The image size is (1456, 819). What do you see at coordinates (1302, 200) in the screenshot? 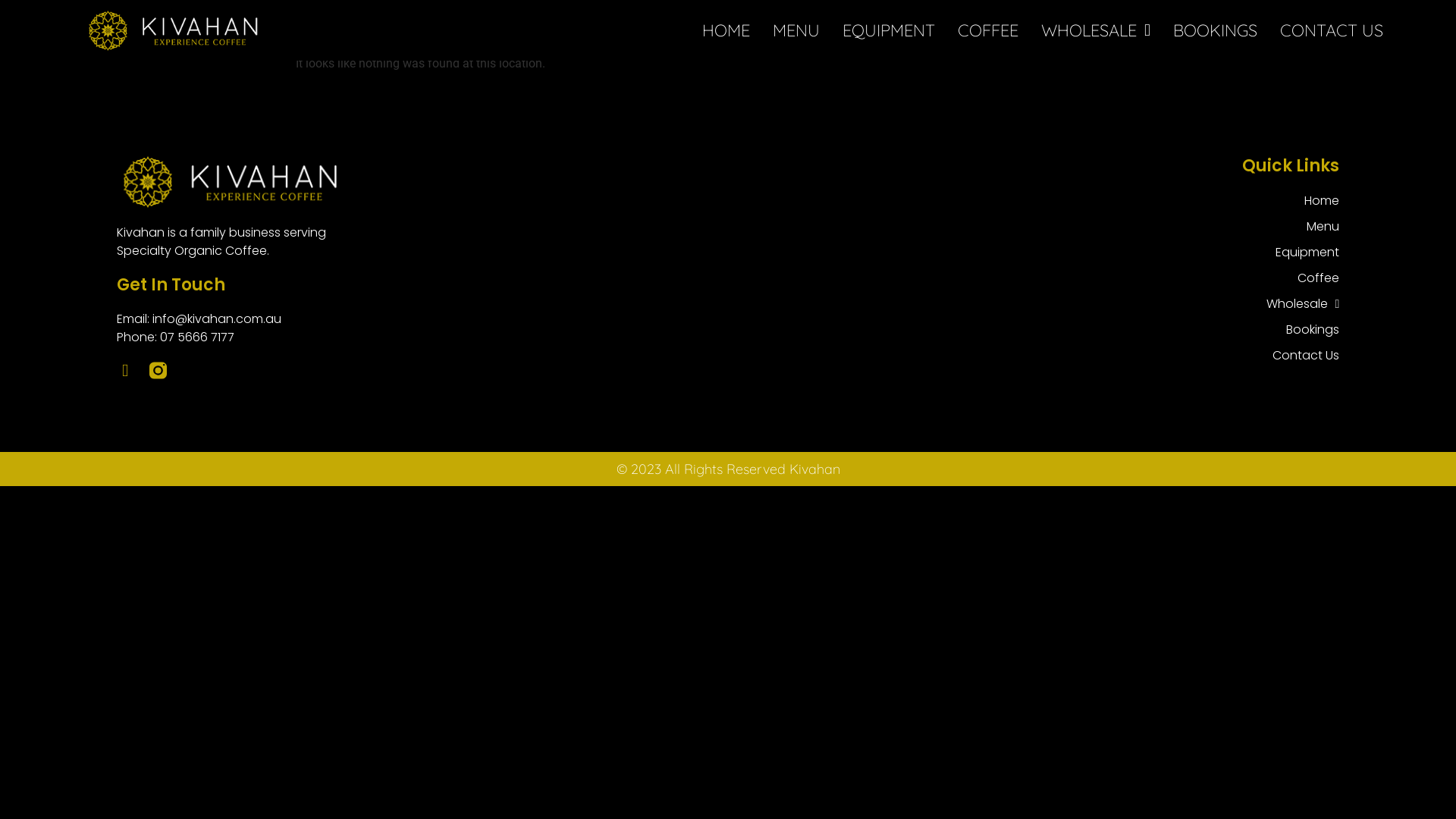
I see `'Home'` at bounding box center [1302, 200].